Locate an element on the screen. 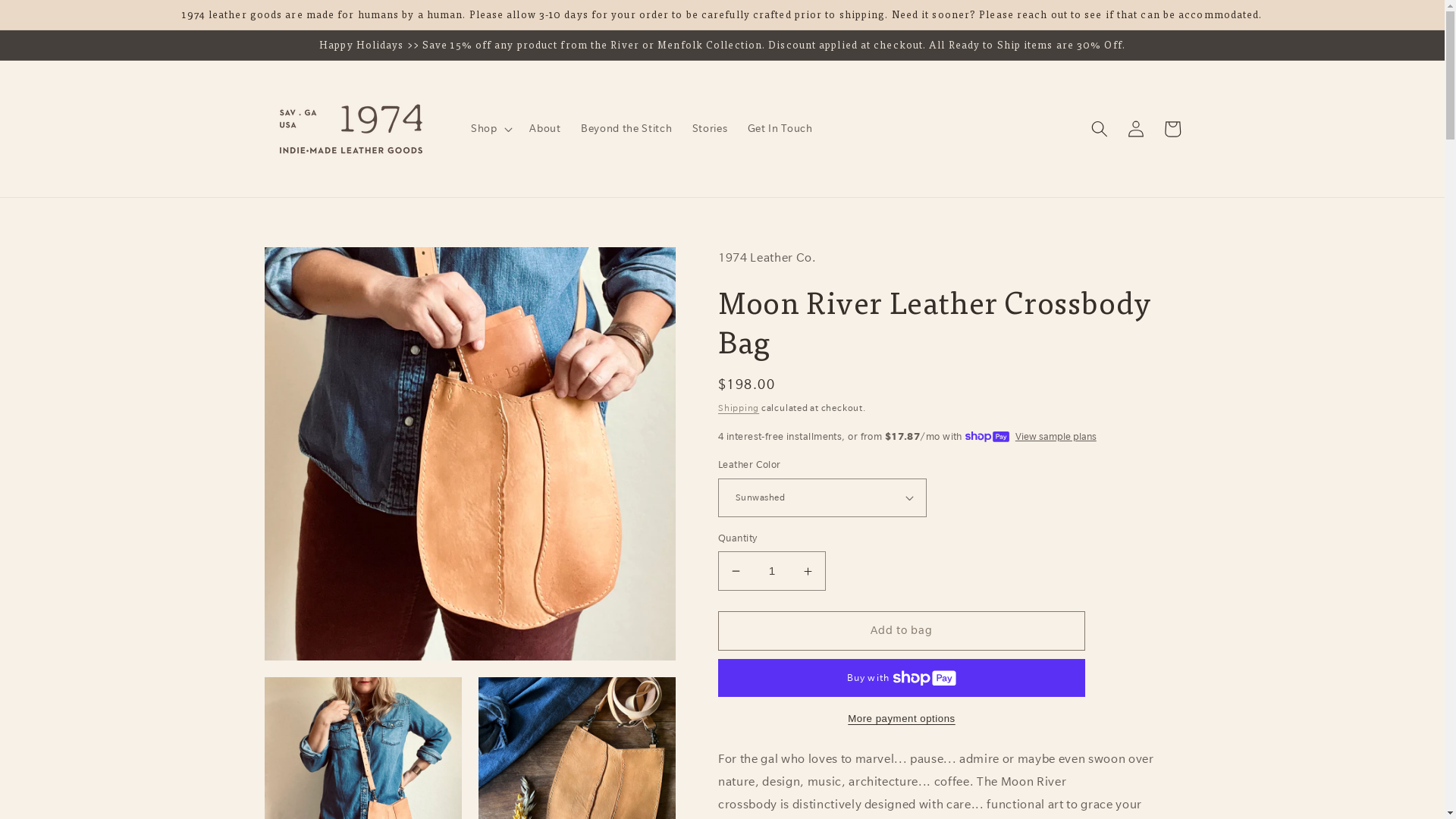 This screenshot has height=819, width=1456. 'Beyond the Stitch' is located at coordinates (626, 127).